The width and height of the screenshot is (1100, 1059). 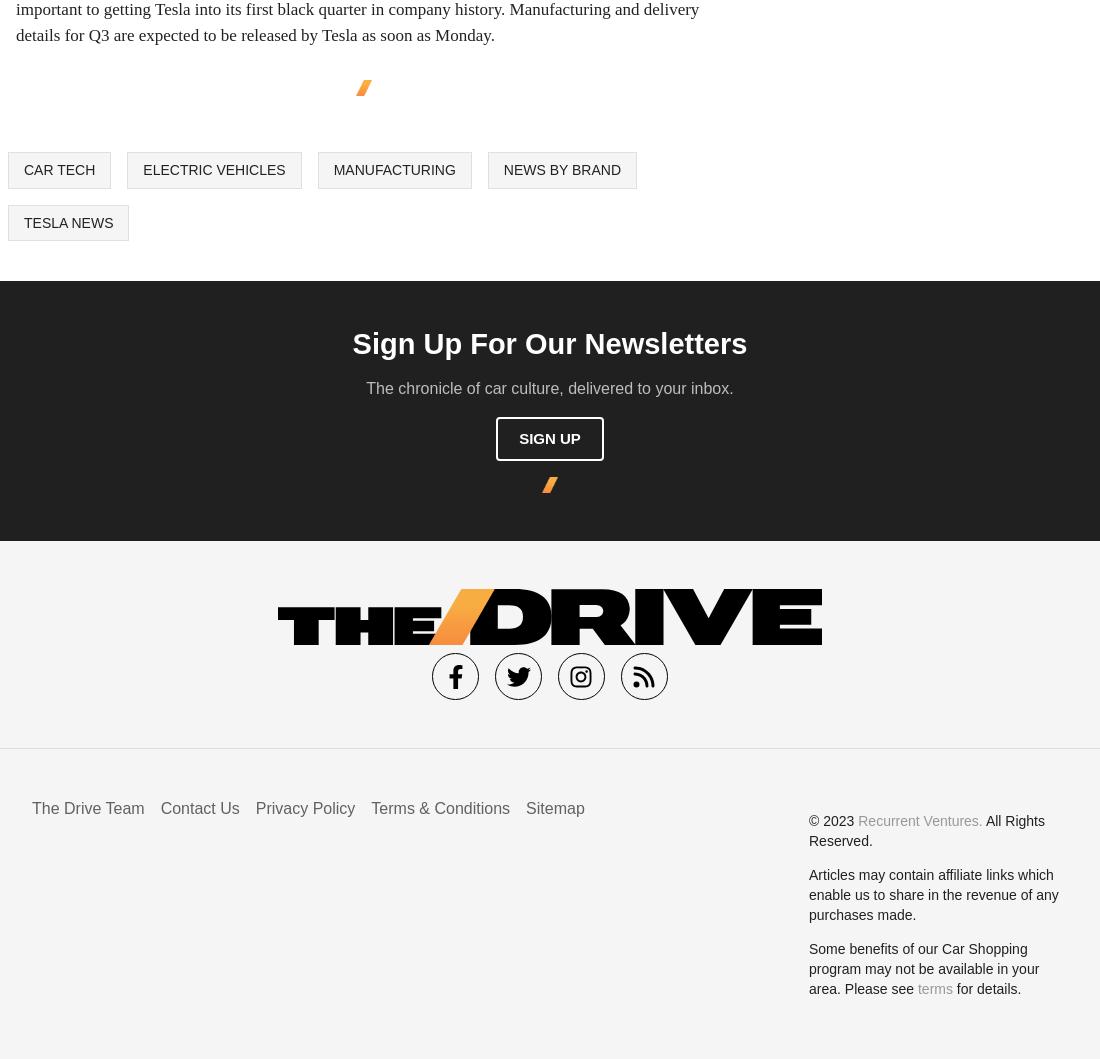 What do you see at coordinates (88, 806) in the screenshot?
I see `'The Drive Team'` at bounding box center [88, 806].